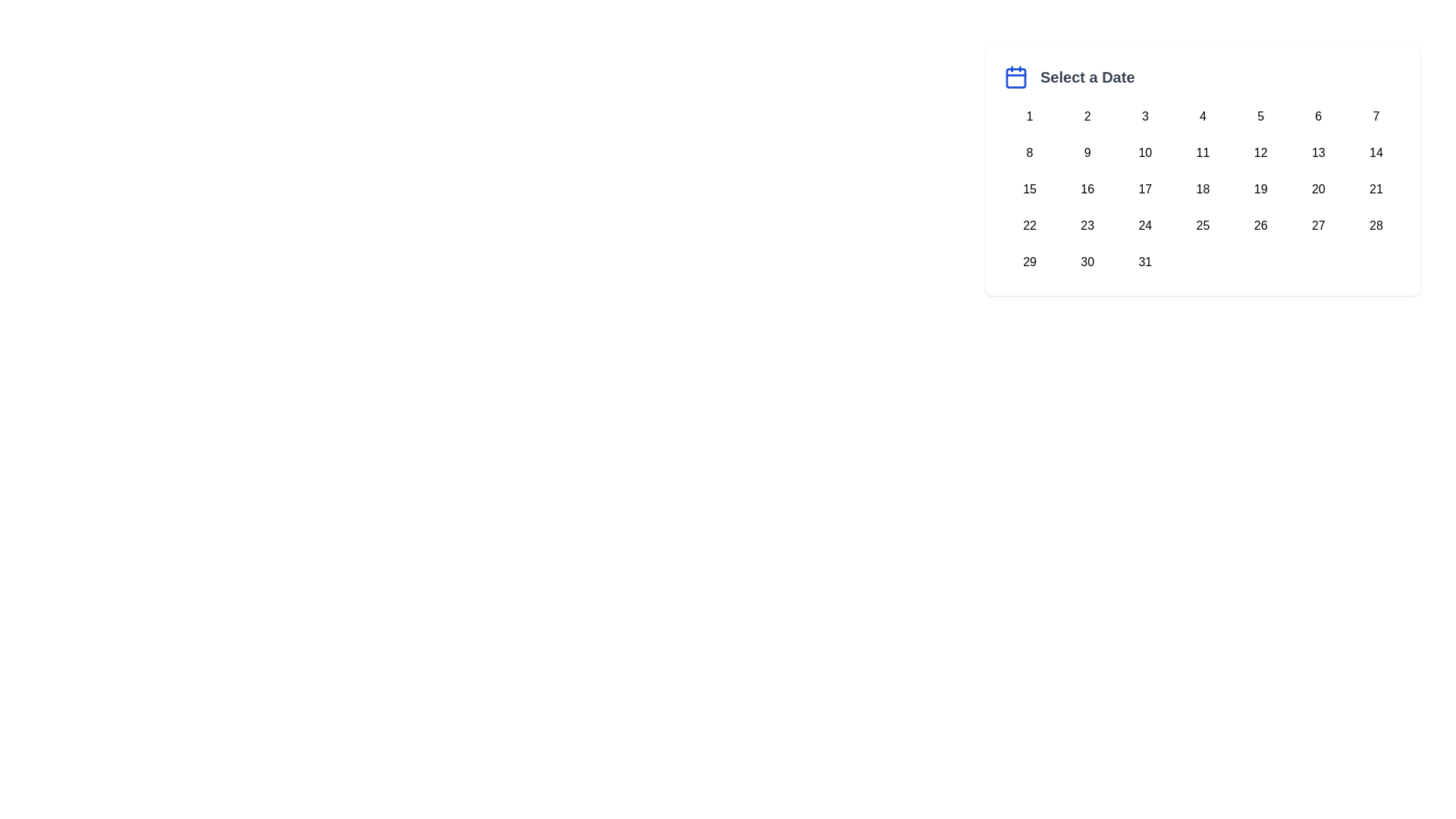 The height and width of the screenshot is (819, 1456). What do you see at coordinates (1317, 152) in the screenshot?
I see `the rectangular button displaying the number '13' in a calendar interface` at bounding box center [1317, 152].